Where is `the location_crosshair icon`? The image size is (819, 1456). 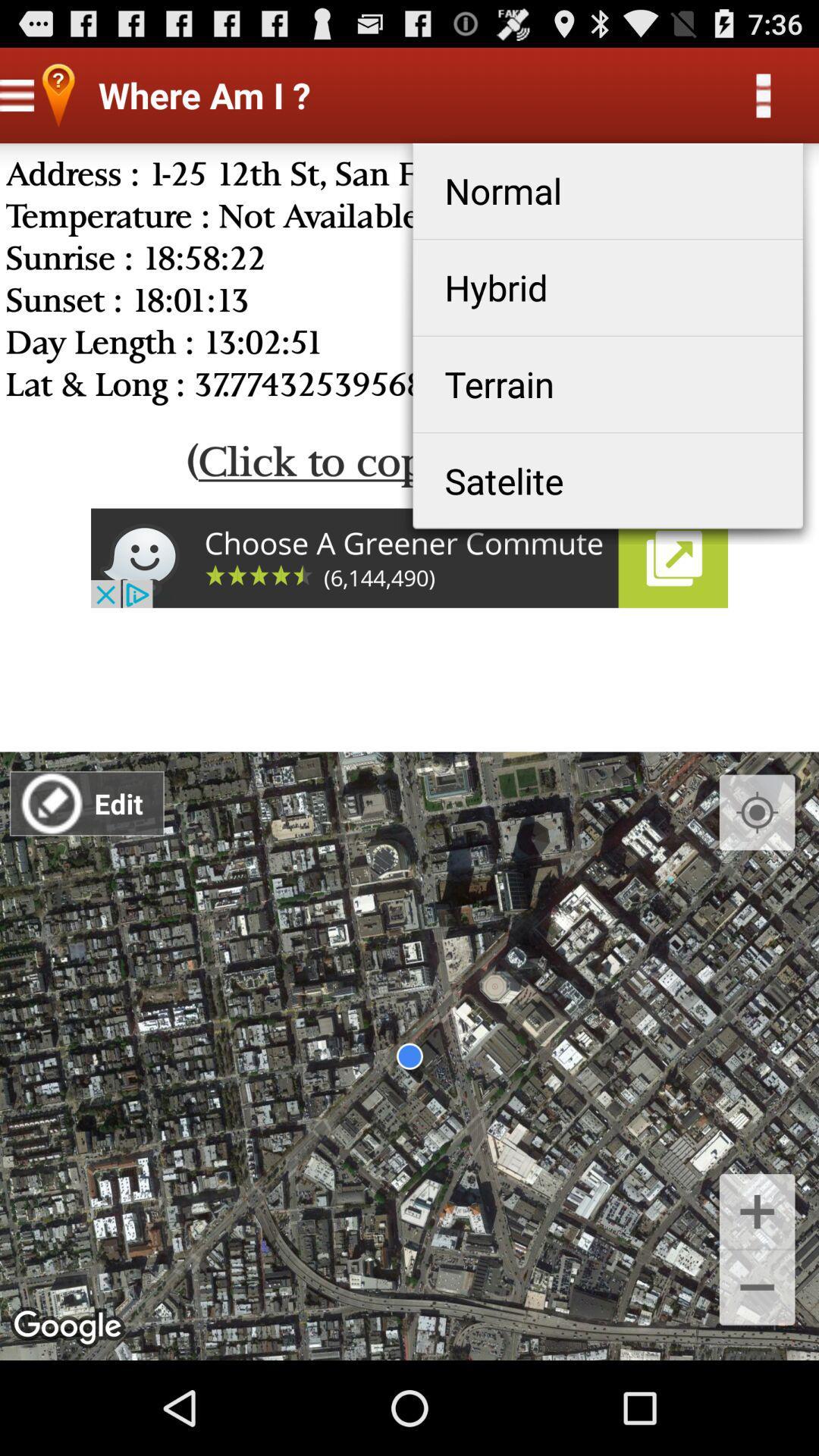
the location_crosshair icon is located at coordinates (757, 871).